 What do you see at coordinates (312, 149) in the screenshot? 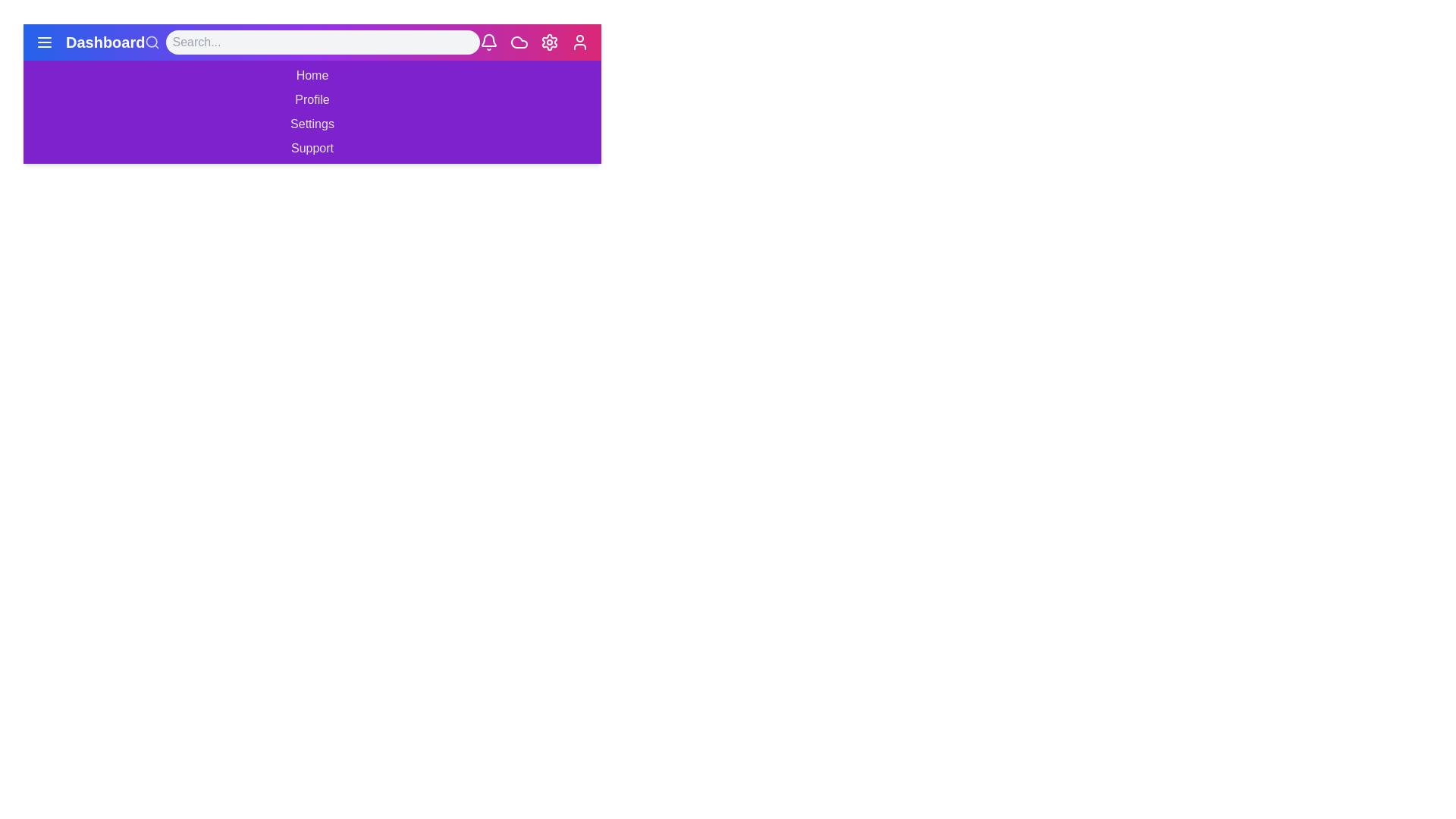
I see `the menu item Support in the navigation bar` at bounding box center [312, 149].